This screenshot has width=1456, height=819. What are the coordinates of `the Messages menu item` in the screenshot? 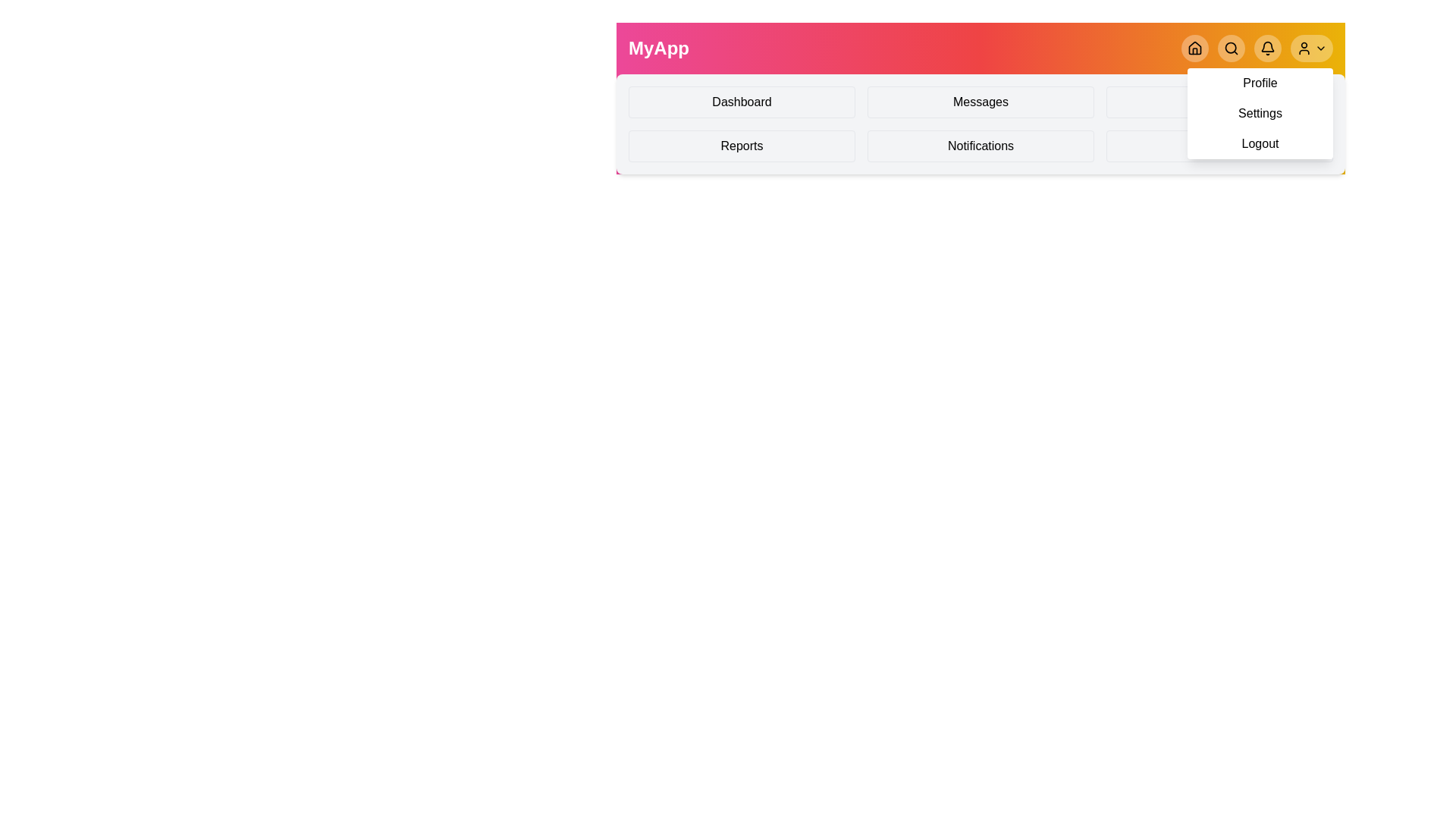 It's located at (981, 102).